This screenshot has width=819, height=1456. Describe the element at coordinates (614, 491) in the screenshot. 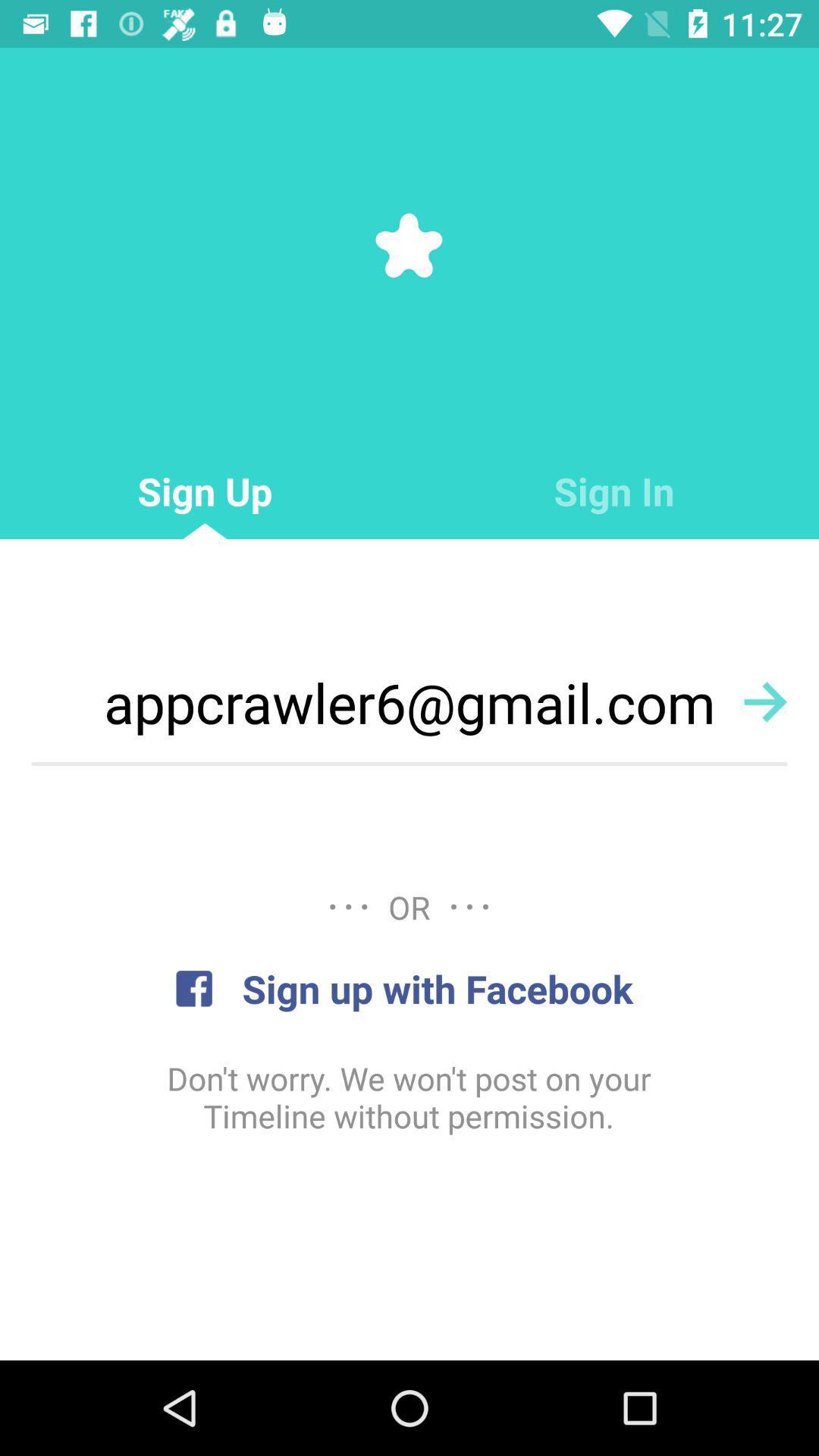

I see `the sign in` at that location.